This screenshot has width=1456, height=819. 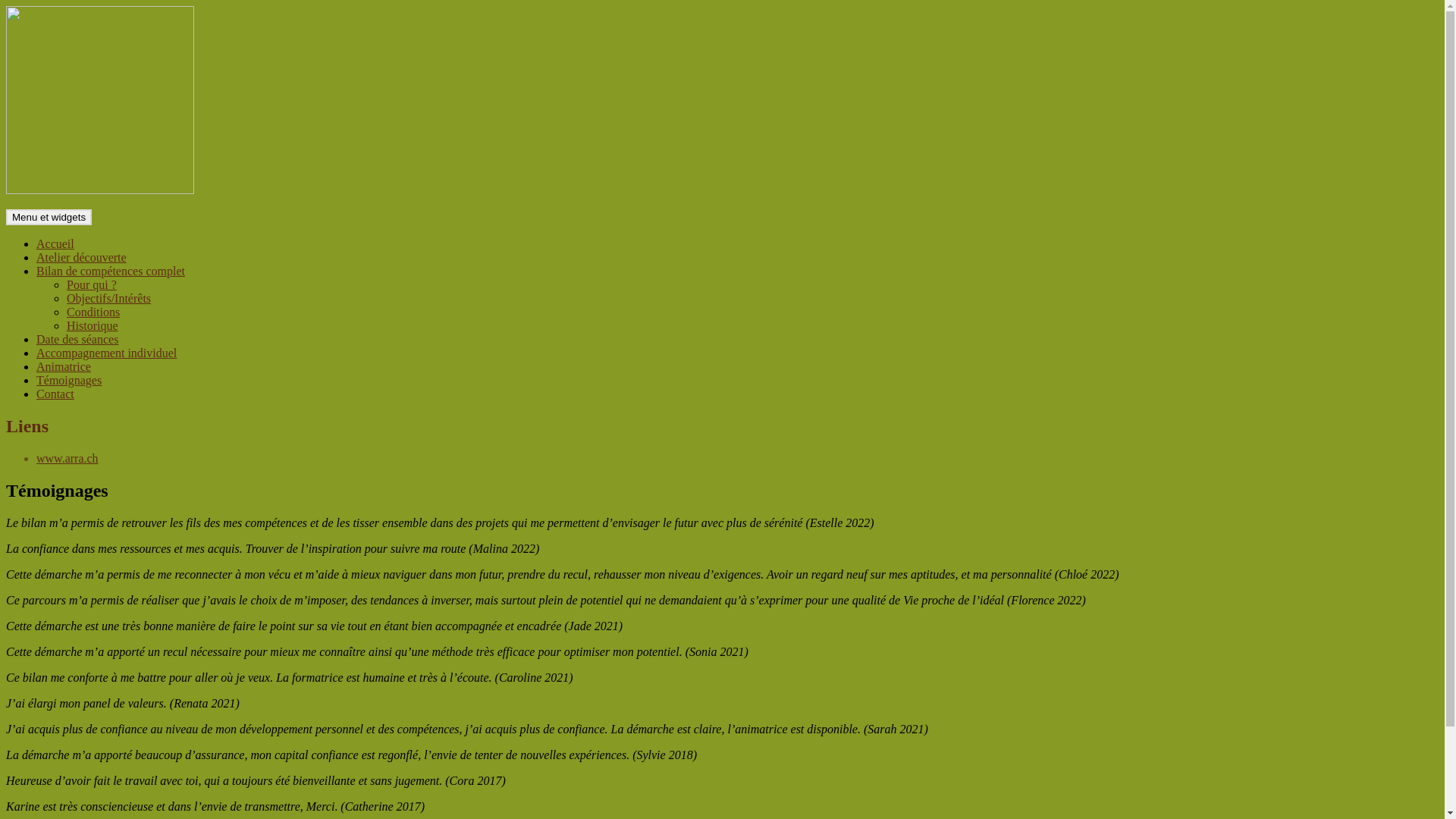 What do you see at coordinates (36, 243) in the screenshot?
I see `'Accueil'` at bounding box center [36, 243].